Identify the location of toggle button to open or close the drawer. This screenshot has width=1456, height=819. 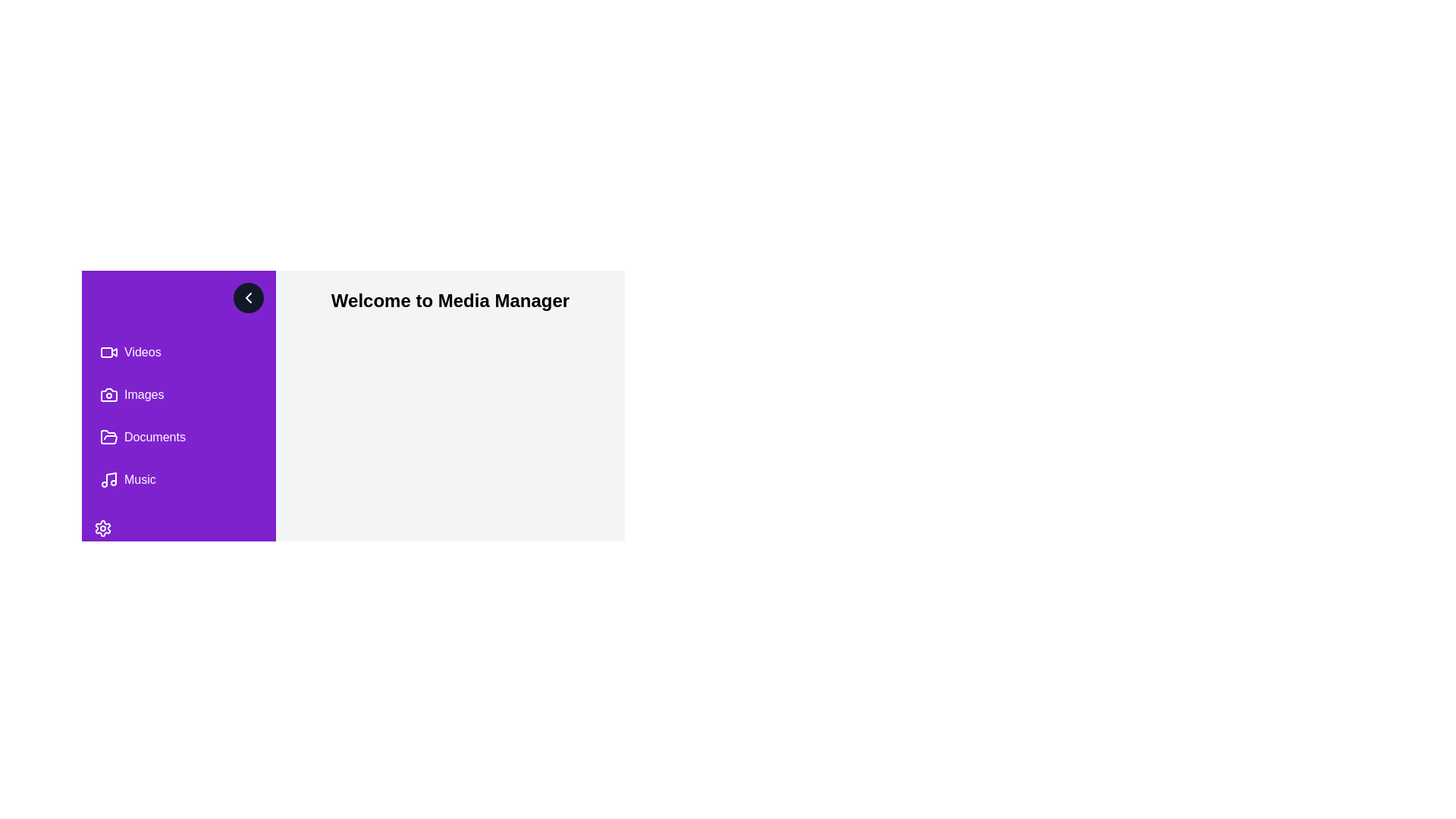
(248, 298).